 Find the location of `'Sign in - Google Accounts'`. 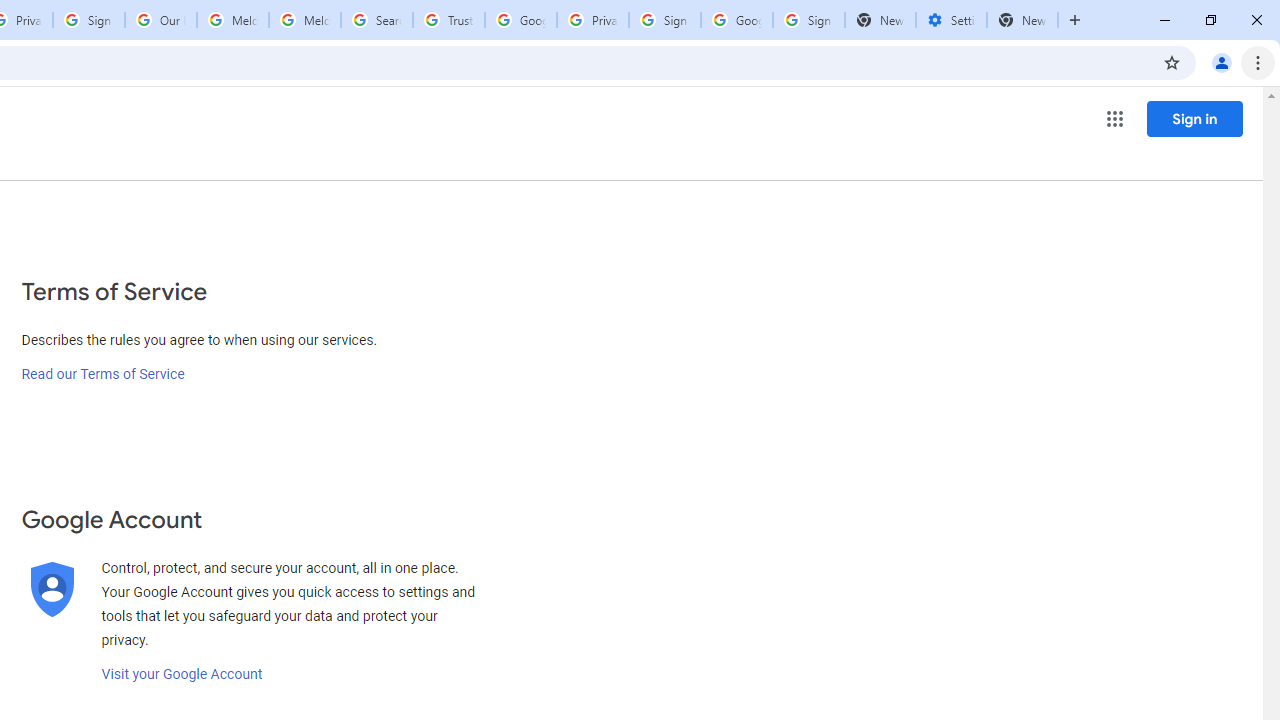

'Sign in - Google Accounts' is located at coordinates (664, 20).